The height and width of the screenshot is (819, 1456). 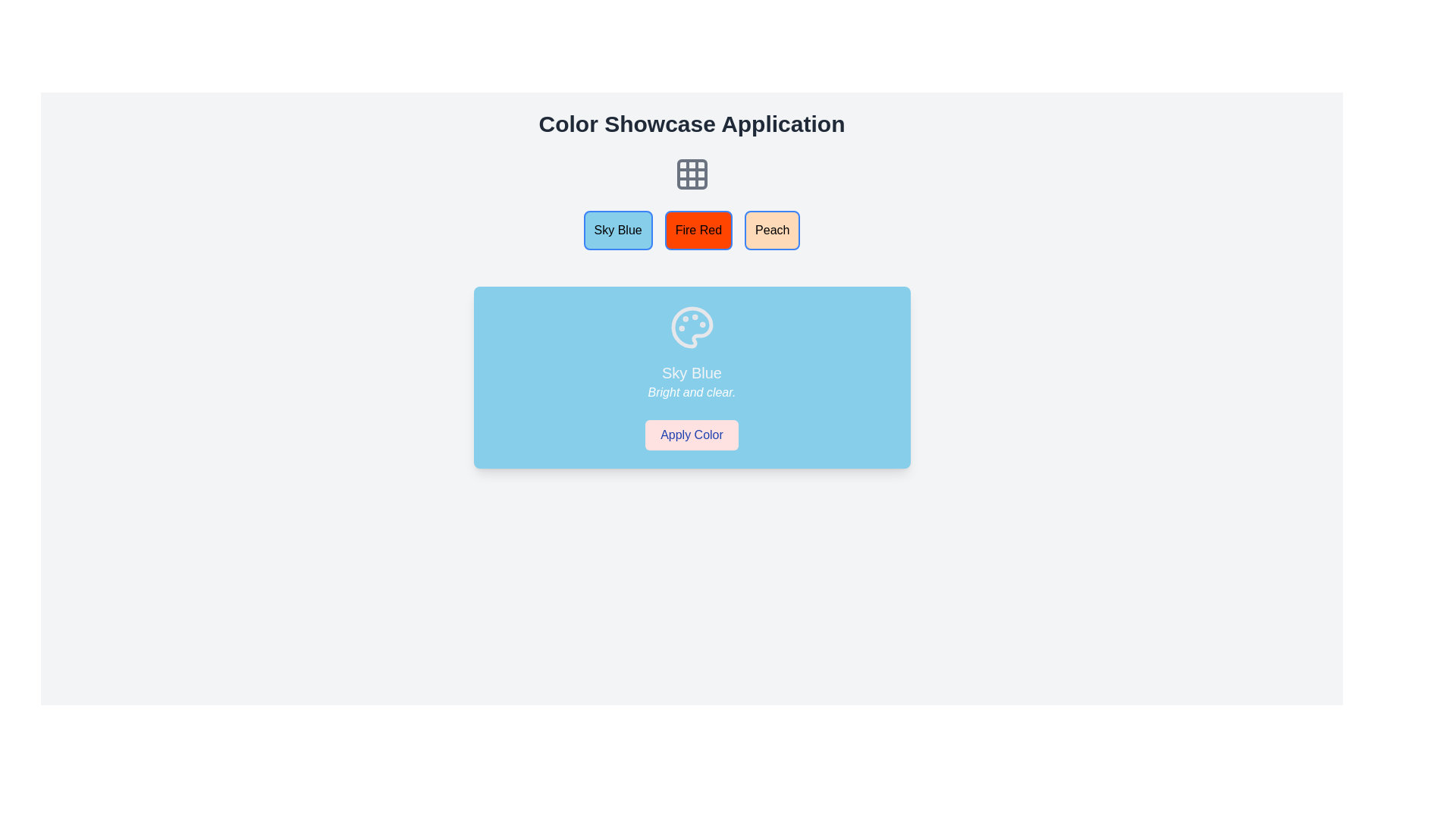 I want to click on the descriptive label text within the main blue-styled card, which is located below the palette icon and above the smaller text 'Bright and clear.', so click(x=691, y=373).